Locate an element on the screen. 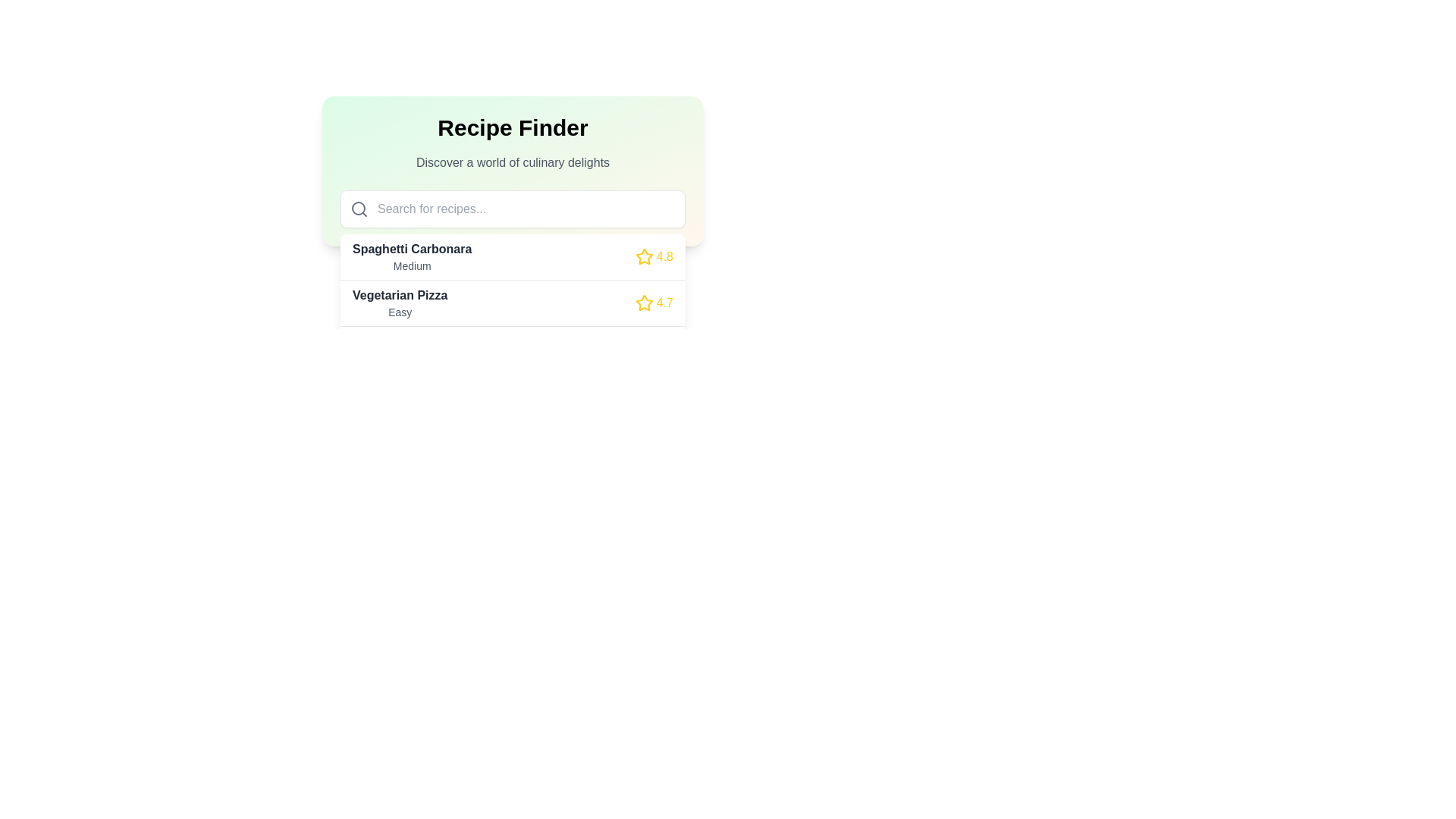 This screenshot has height=819, width=1456. the text label displaying the numeric value '4.8' in bold yellow font, located to the right of the 'Spaghetti Carbonara' list item and adjacent to a star icon is located at coordinates (664, 256).